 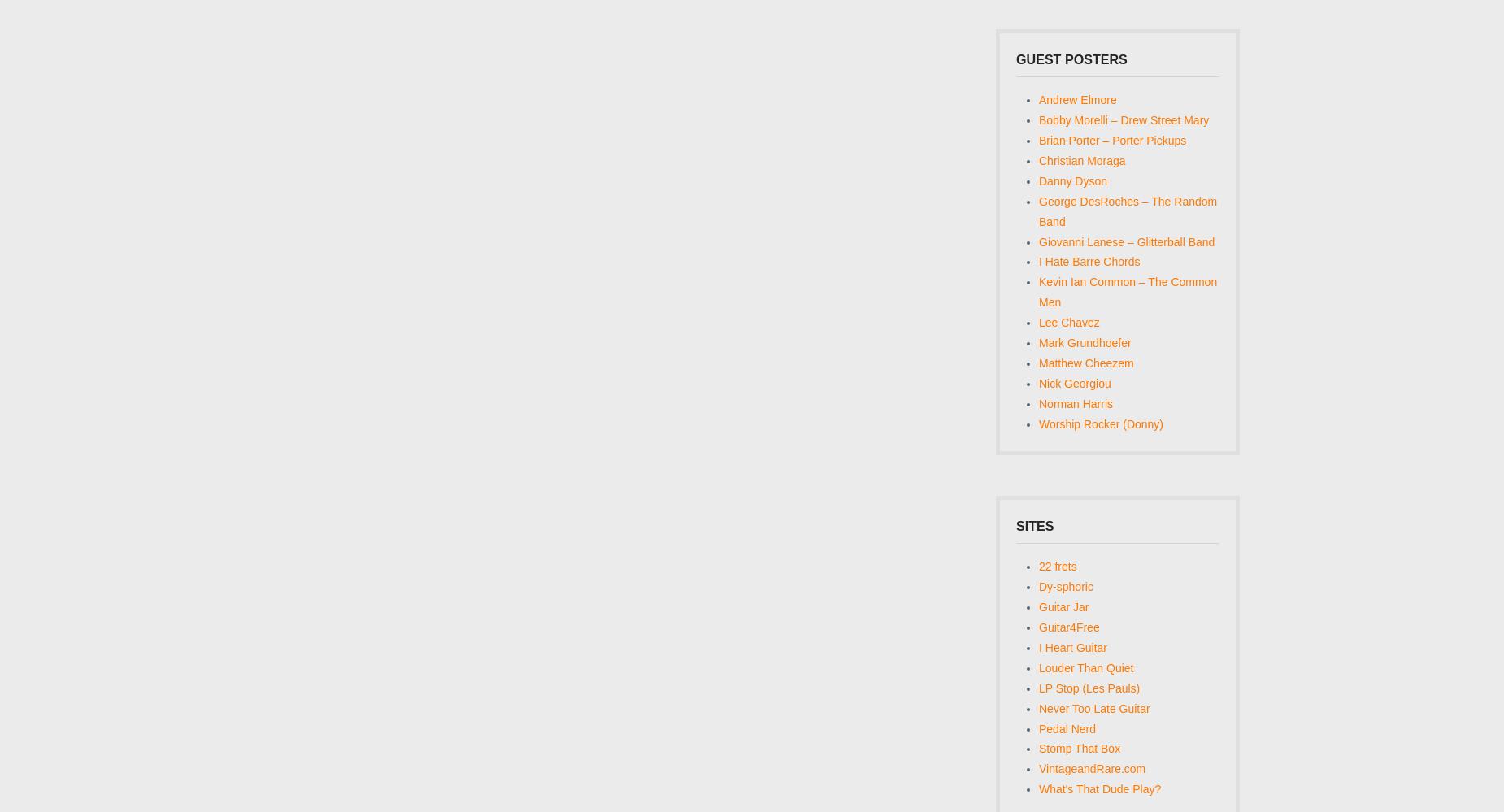 I want to click on 'LP Stop (Les Pauls)', so click(x=1088, y=686).